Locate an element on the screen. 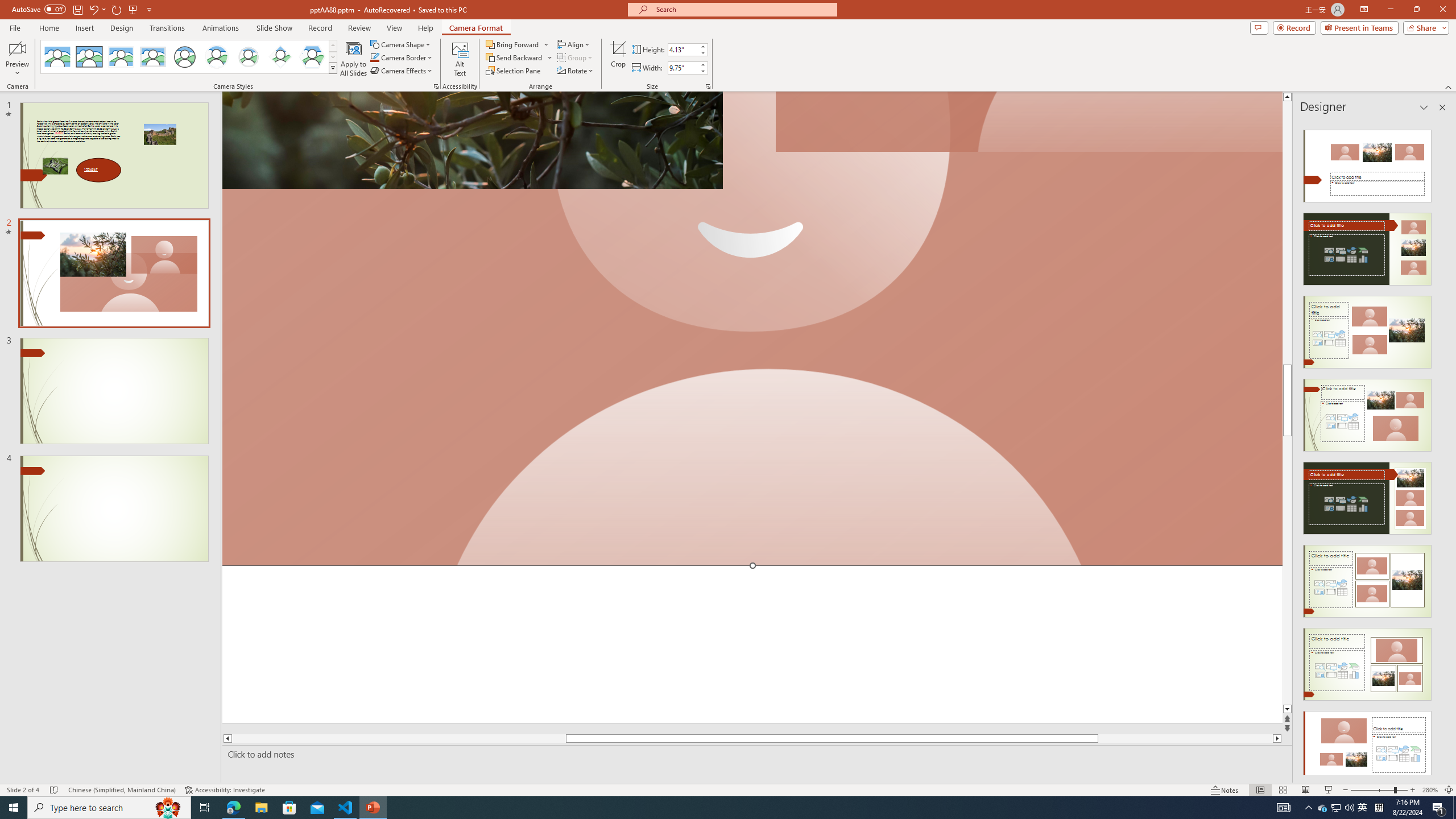 This screenshot has width=1456, height=819. 'Apply to All Slides' is located at coordinates (353, 59).